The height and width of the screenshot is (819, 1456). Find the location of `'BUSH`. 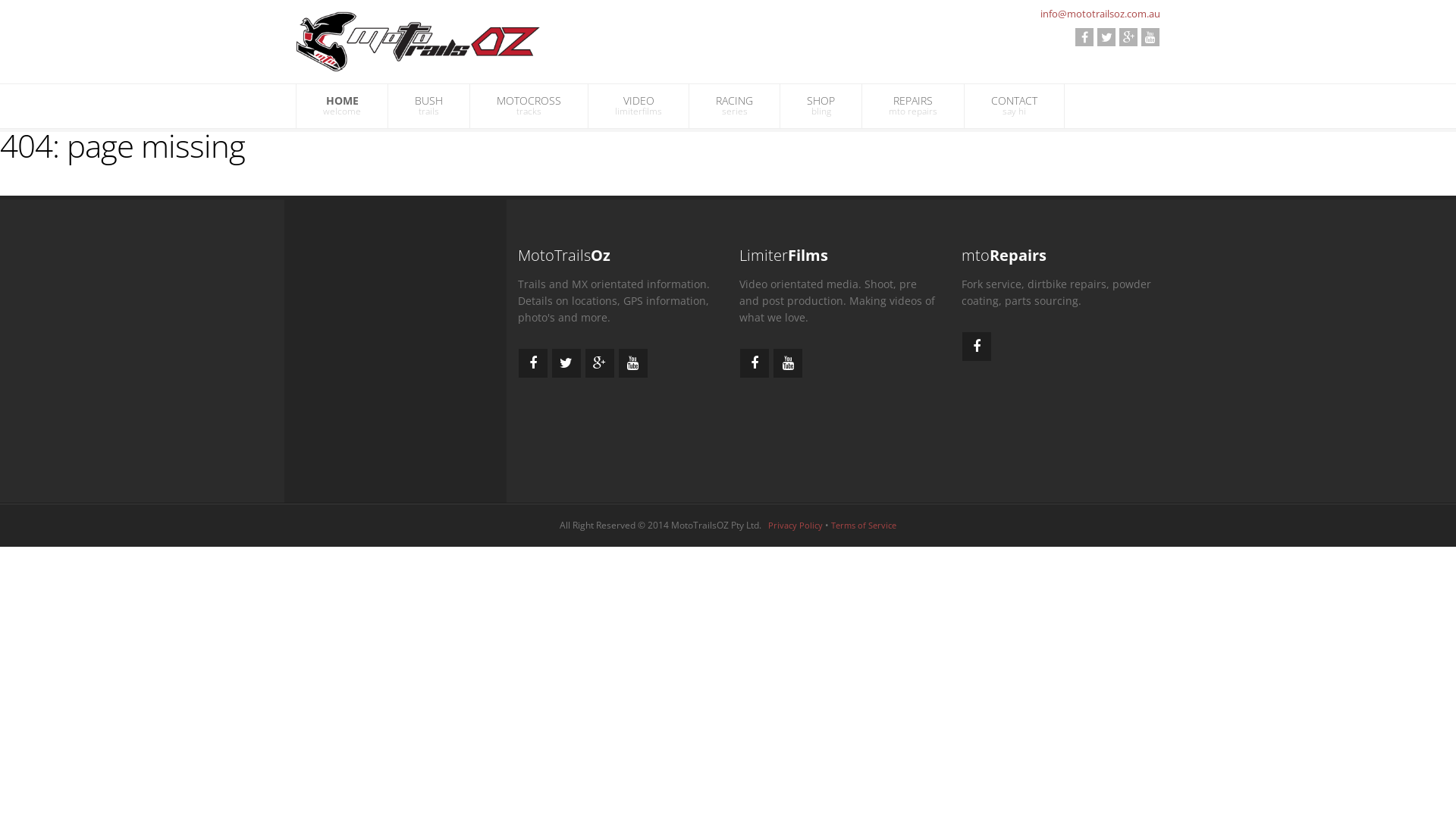

'BUSH is located at coordinates (428, 105).